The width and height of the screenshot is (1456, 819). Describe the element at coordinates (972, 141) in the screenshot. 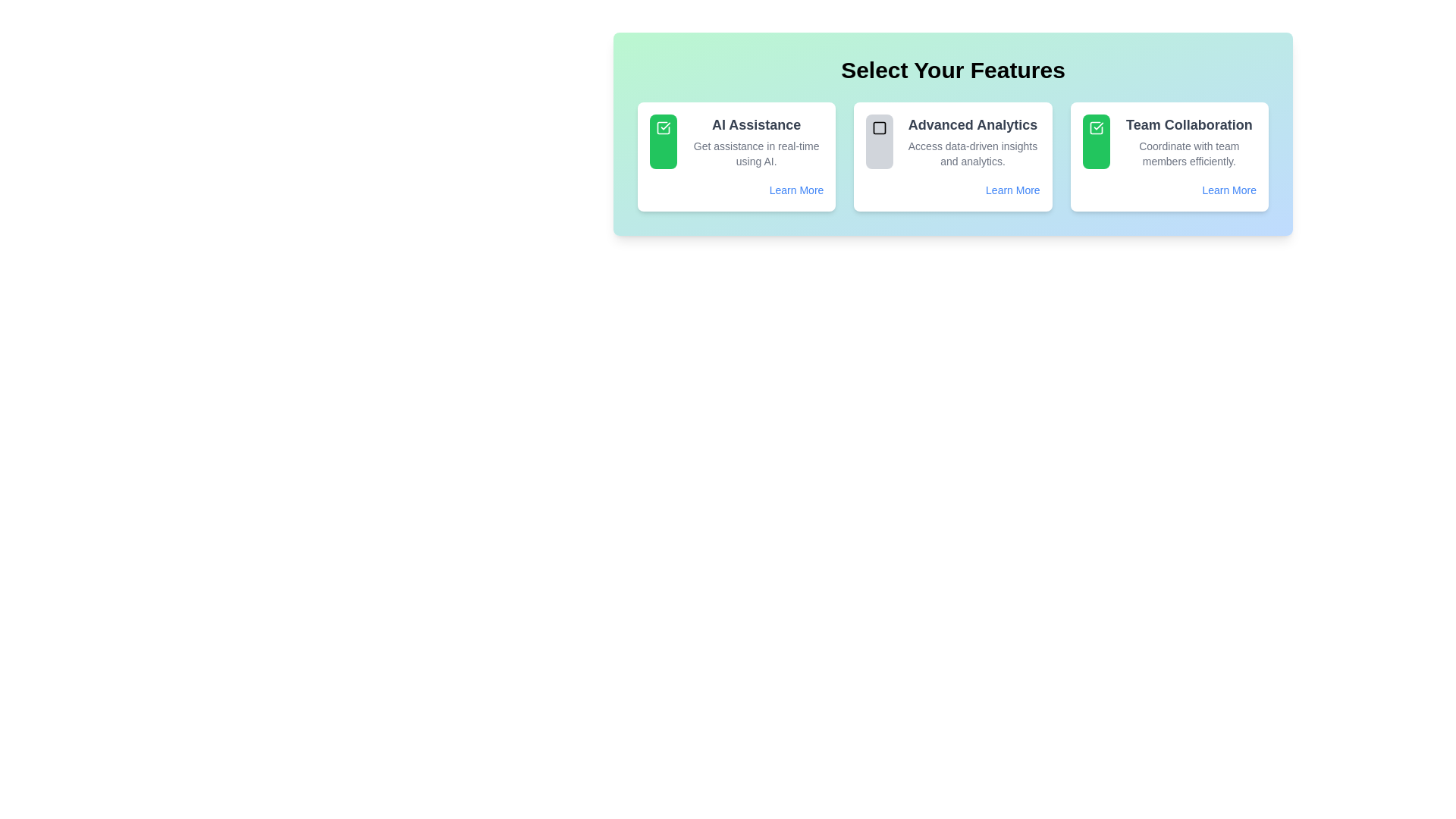

I see `the 'Advanced Analytics' text display element, which includes a bold heading and smaller descriptive text, located centrally within its card` at that location.